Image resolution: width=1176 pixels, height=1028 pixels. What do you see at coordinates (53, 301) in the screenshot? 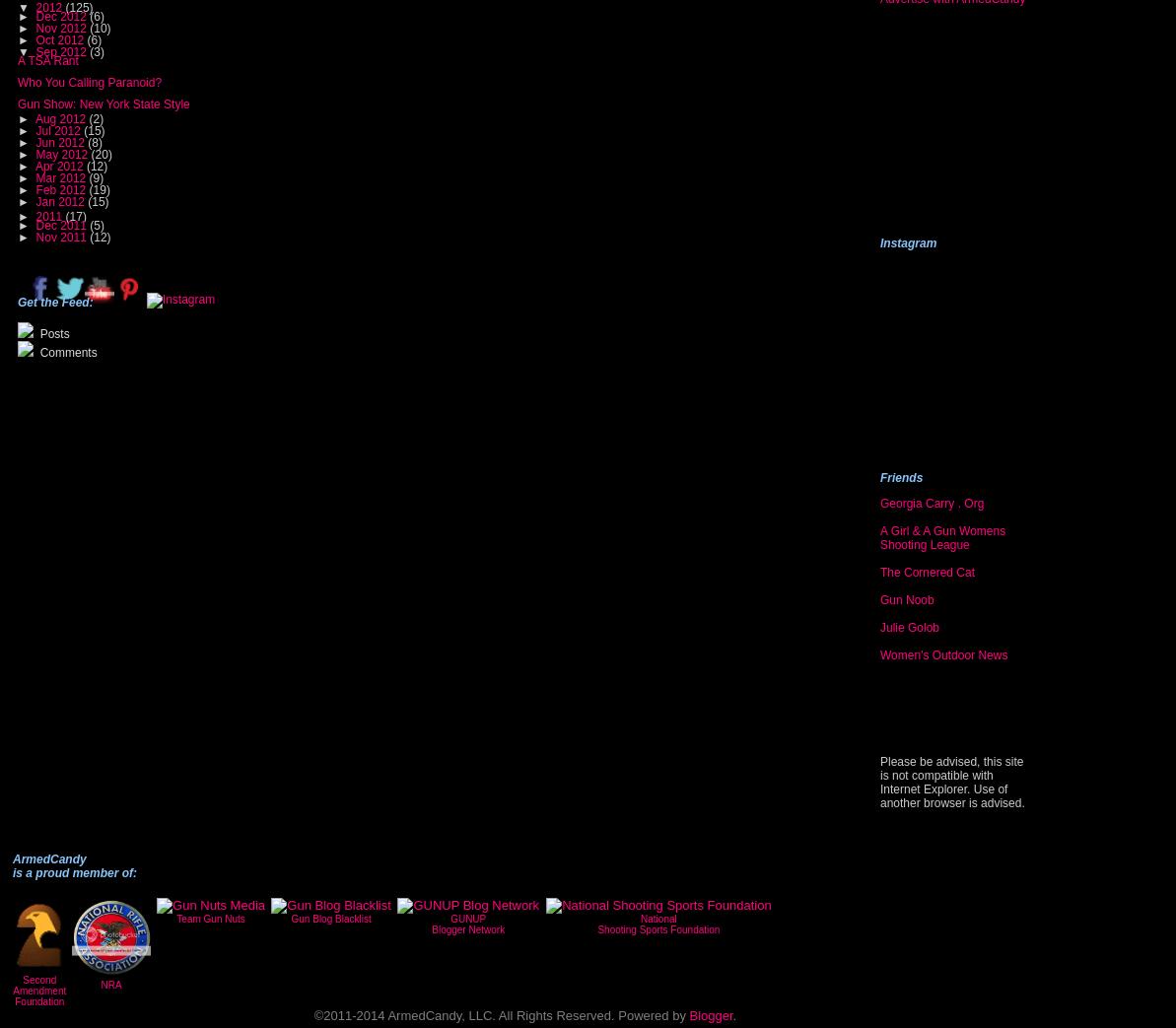
I see `'Get the Feed:'` at bounding box center [53, 301].